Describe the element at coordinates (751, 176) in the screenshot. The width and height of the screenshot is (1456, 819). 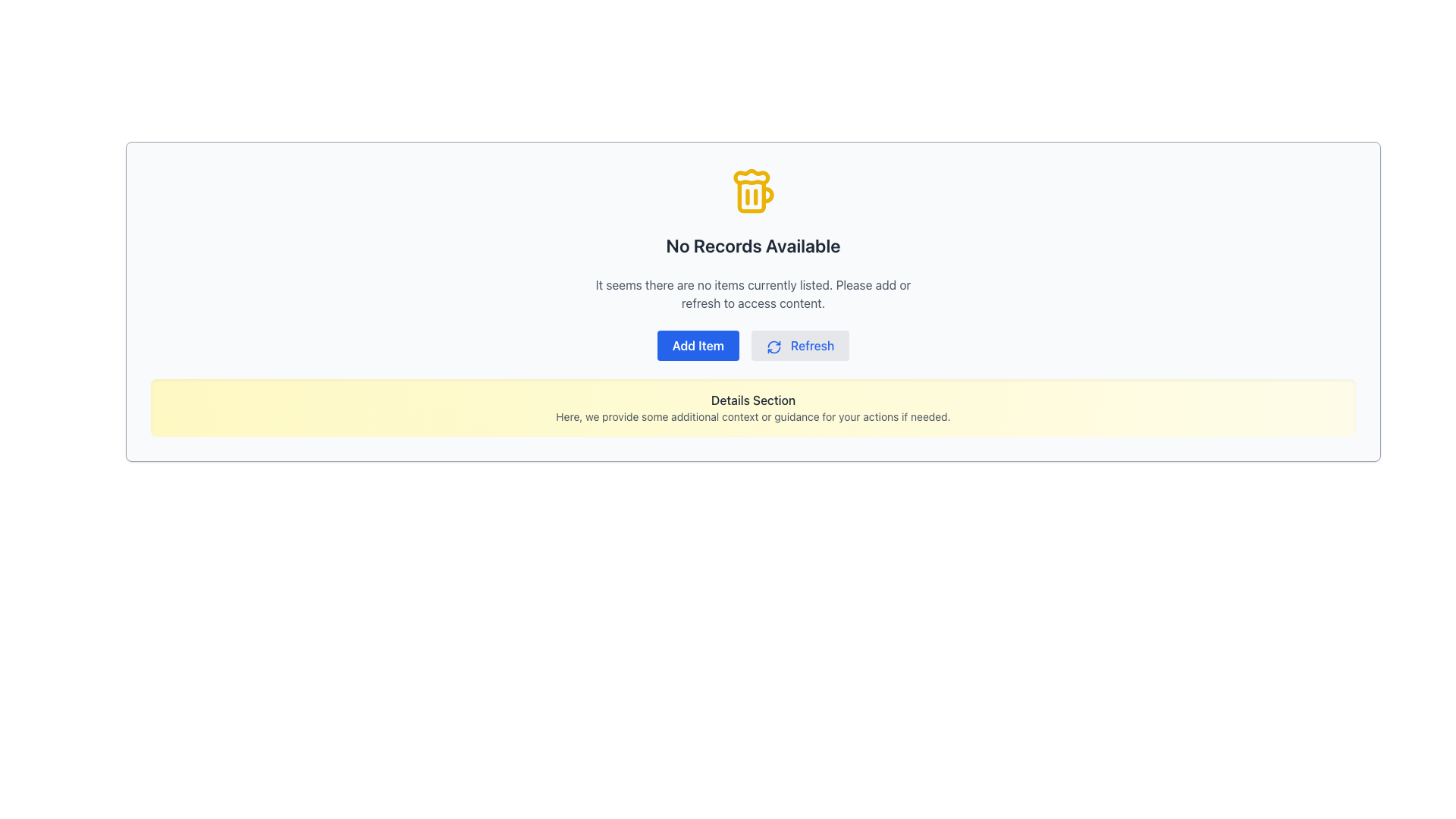
I see `the decorative graphic representing the foam at the top of the beer mug icon, which is part of an SVG and positioned centrally above the 'No Records Available' text` at that location.